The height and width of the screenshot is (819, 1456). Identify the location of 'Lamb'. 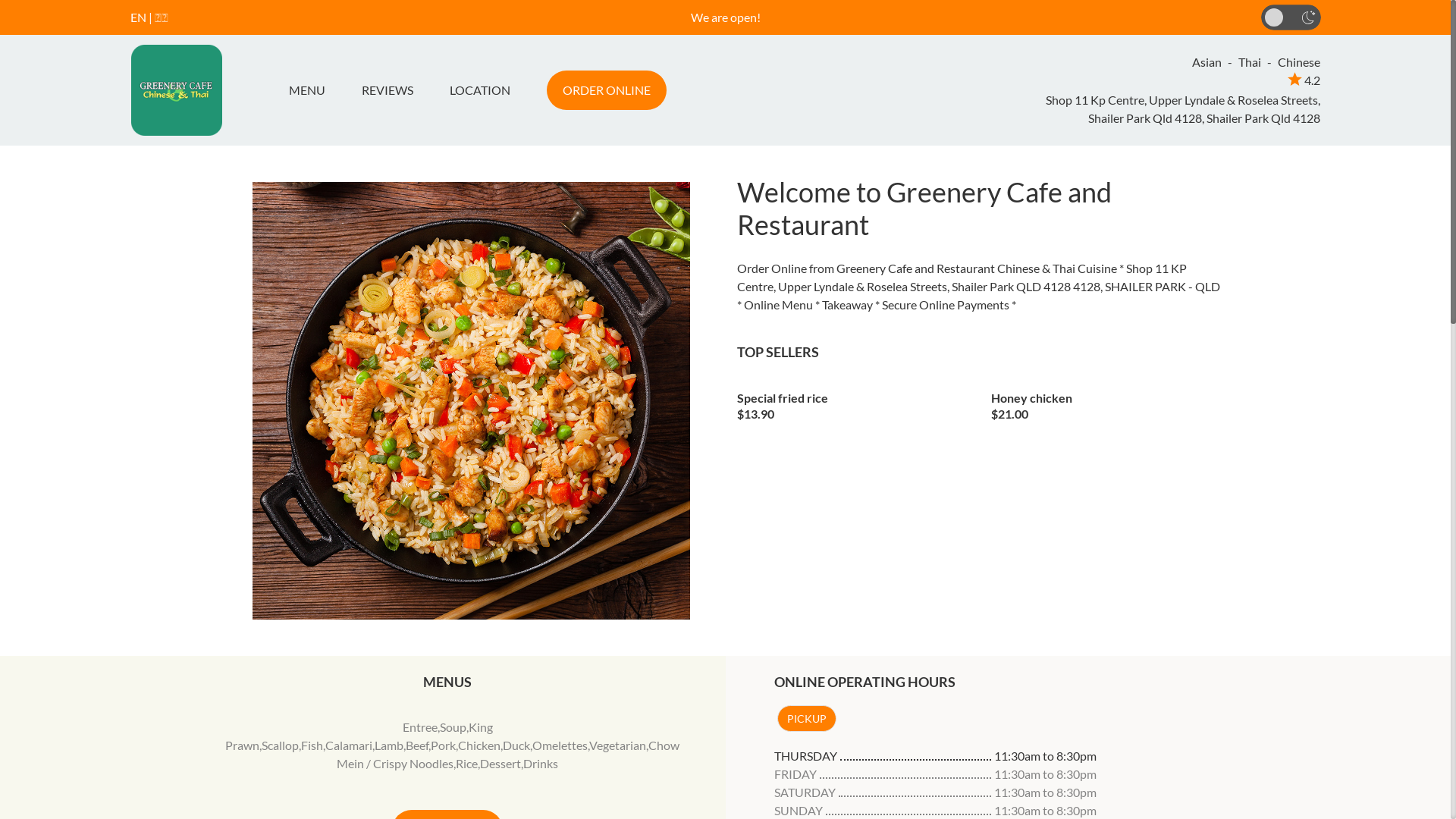
(389, 744).